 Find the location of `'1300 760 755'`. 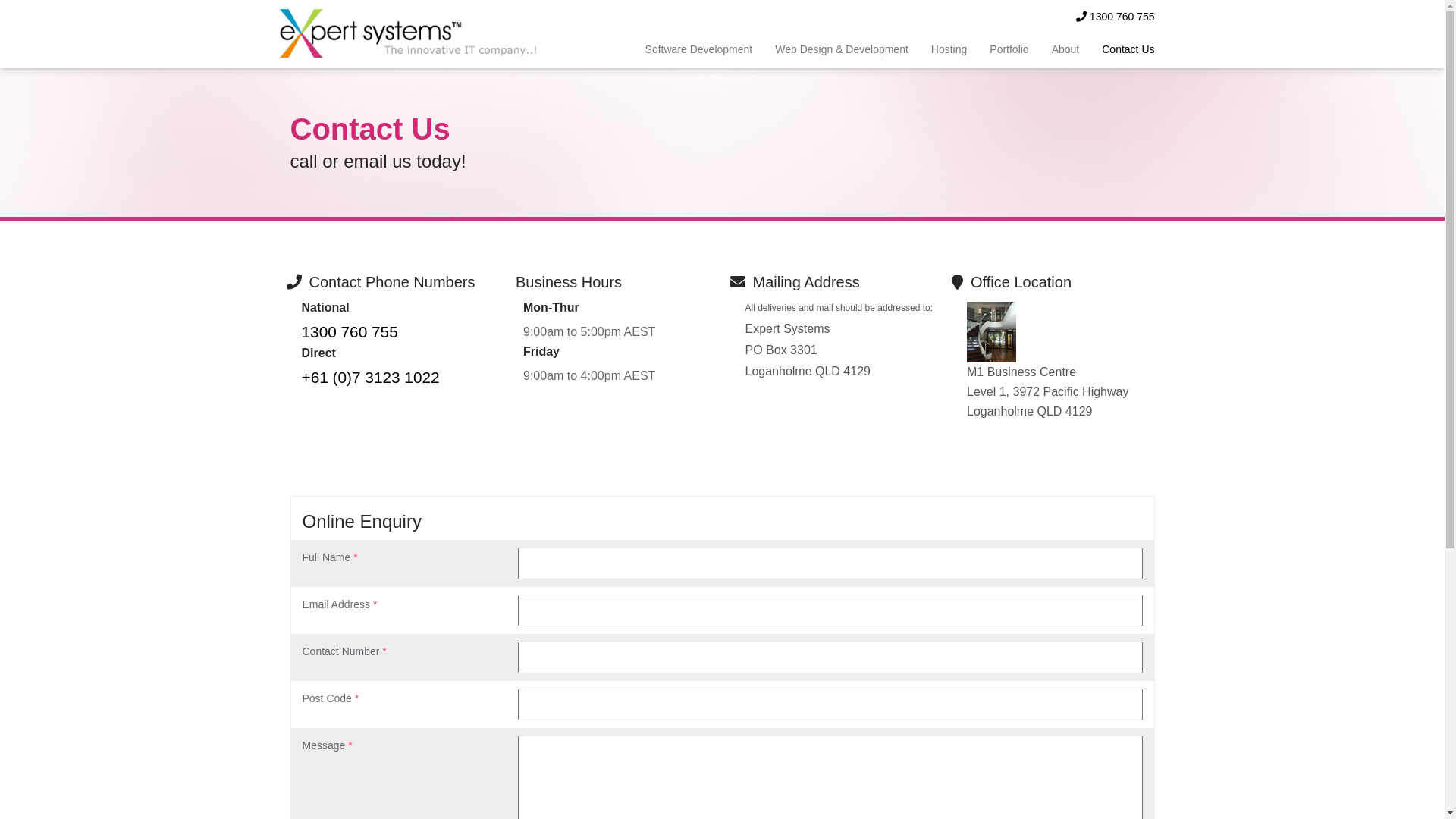

'1300 760 755' is located at coordinates (1115, 17).